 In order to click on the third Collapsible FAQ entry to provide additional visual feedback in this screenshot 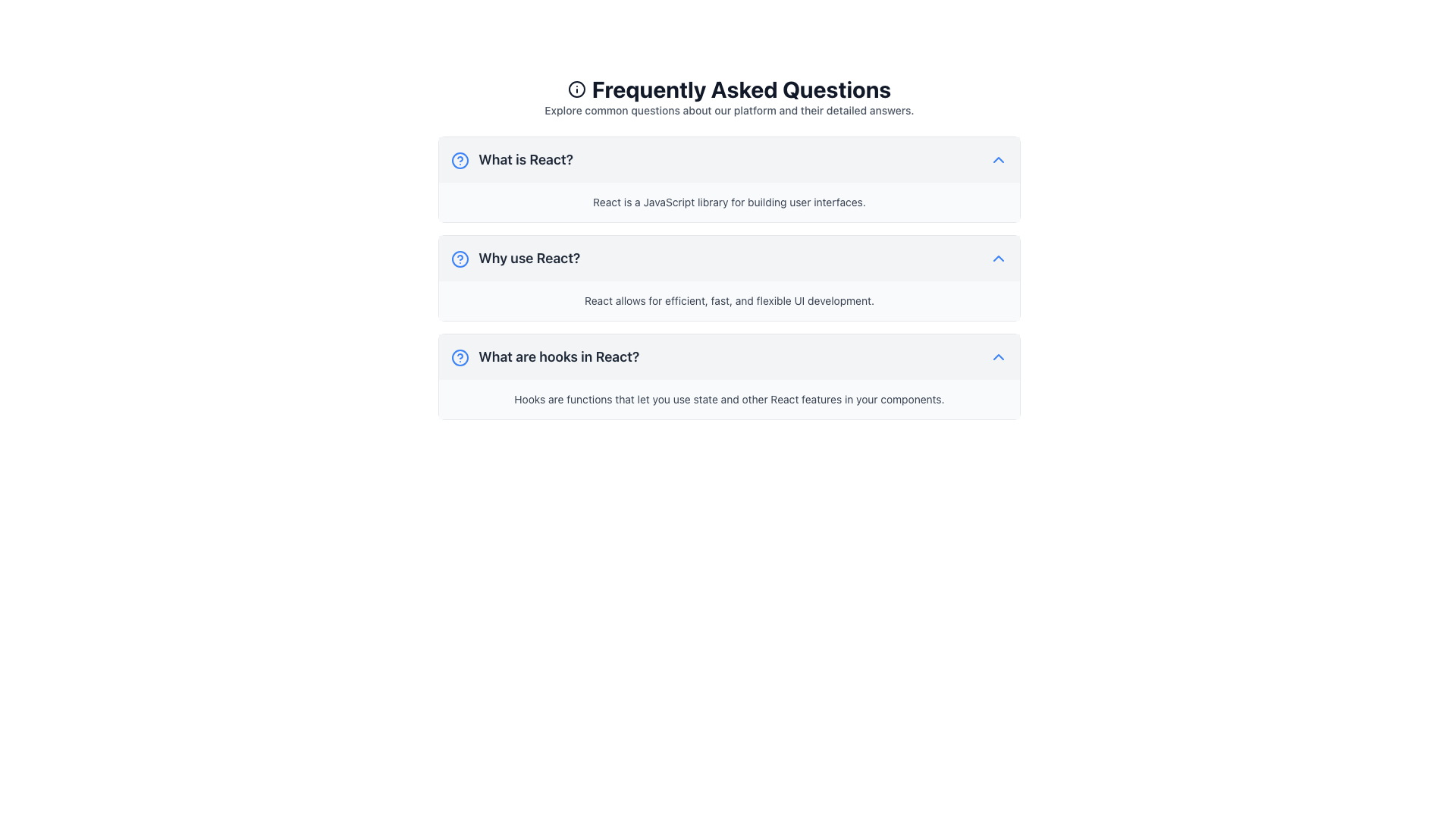, I will do `click(729, 376)`.